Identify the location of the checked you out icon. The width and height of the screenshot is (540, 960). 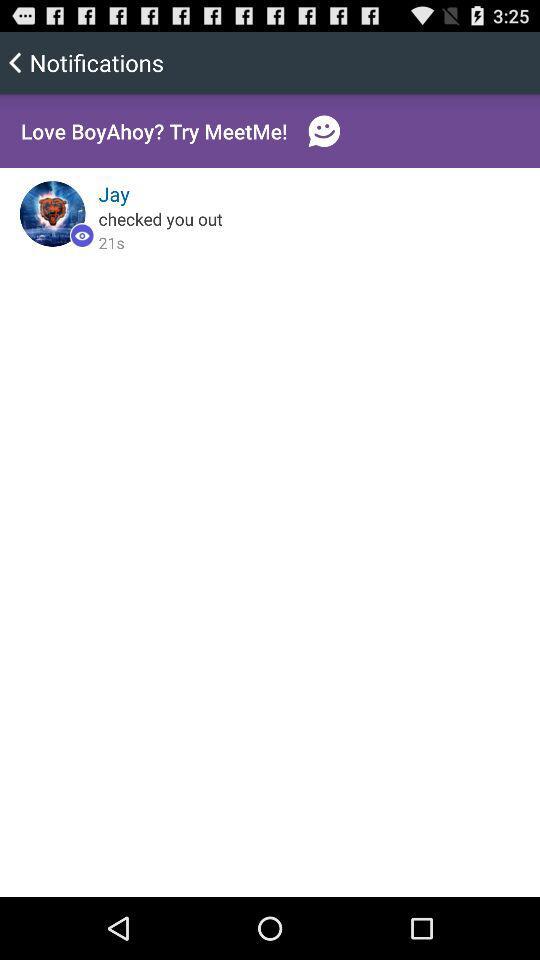
(159, 218).